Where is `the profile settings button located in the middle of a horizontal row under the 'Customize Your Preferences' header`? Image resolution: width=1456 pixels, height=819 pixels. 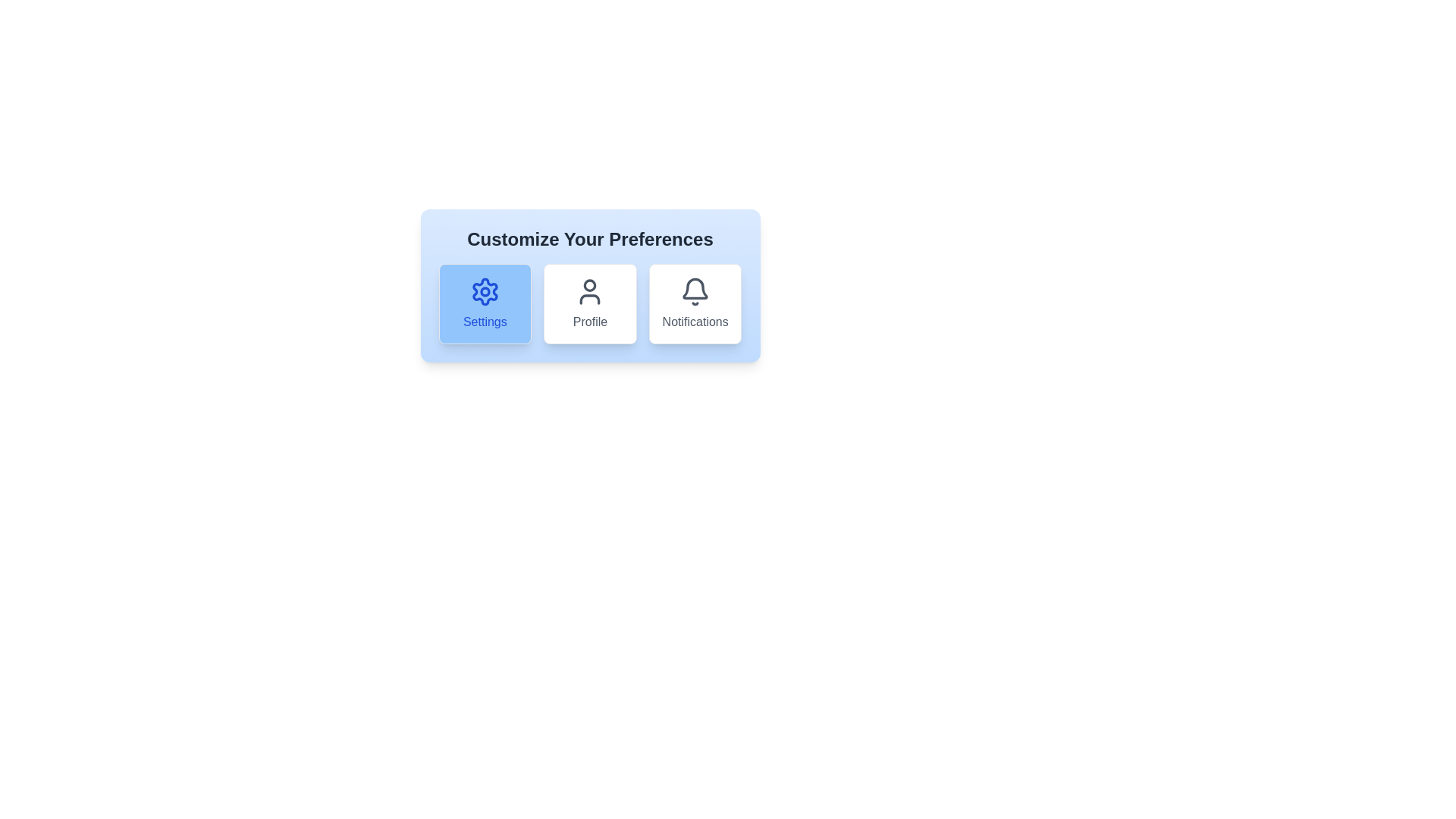
the profile settings button located in the middle of a horizontal row under the 'Customize Your Preferences' header is located at coordinates (589, 304).